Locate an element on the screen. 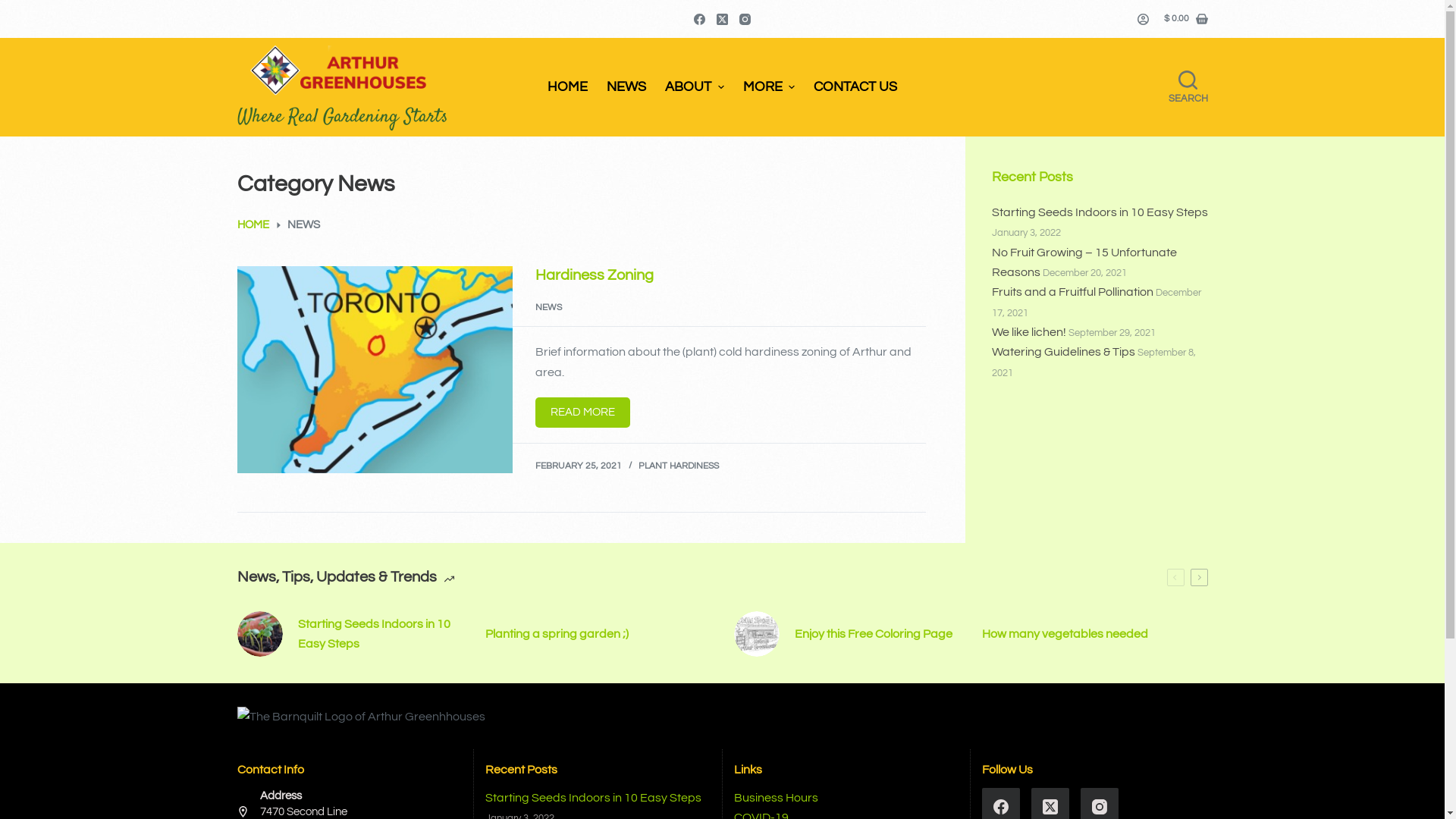 The height and width of the screenshot is (819, 1456). 'Business Hours' is located at coordinates (734, 797).